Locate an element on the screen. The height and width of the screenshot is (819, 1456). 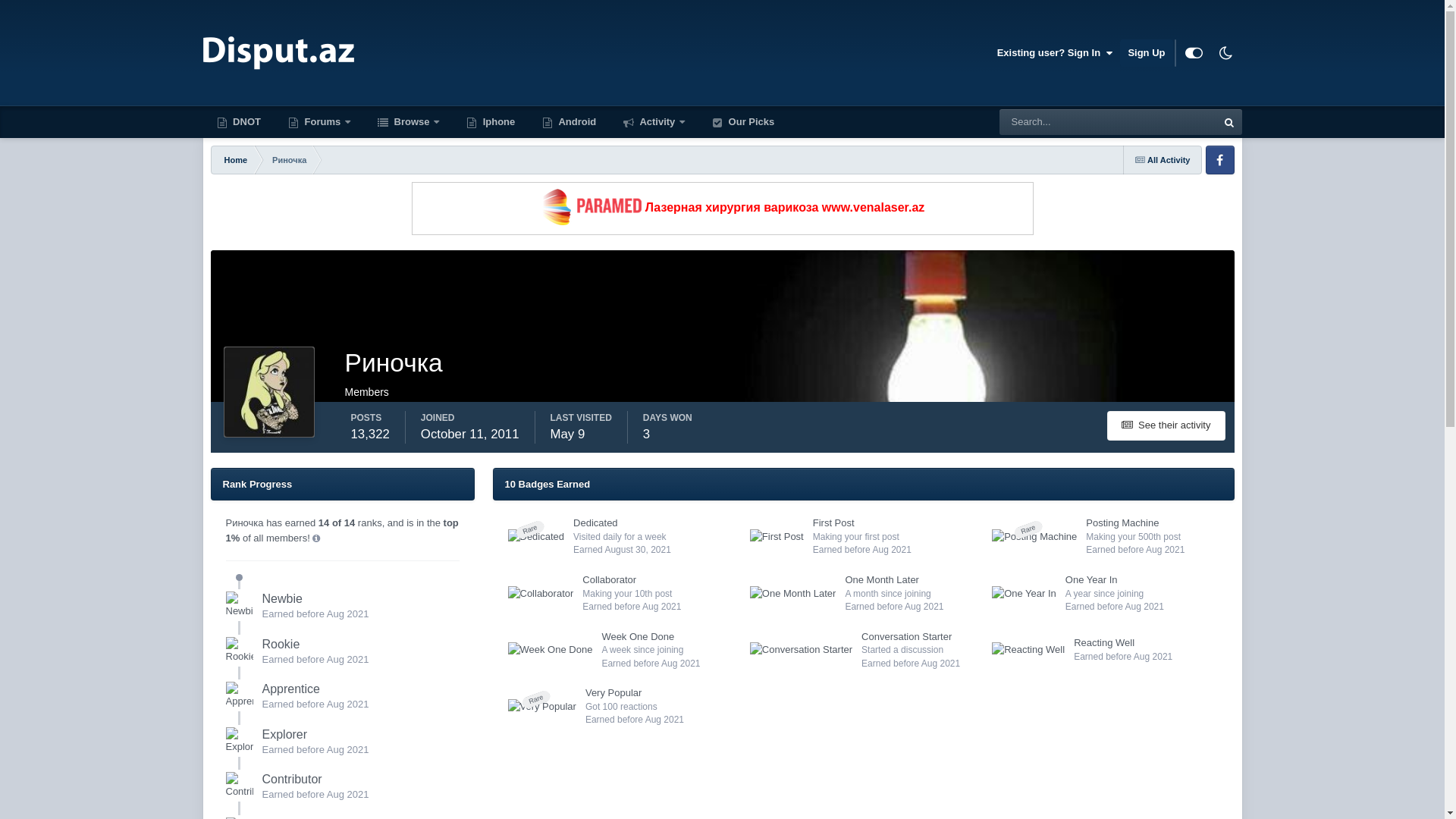
'Rank: Rookie (2/14)' is located at coordinates (239, 649).